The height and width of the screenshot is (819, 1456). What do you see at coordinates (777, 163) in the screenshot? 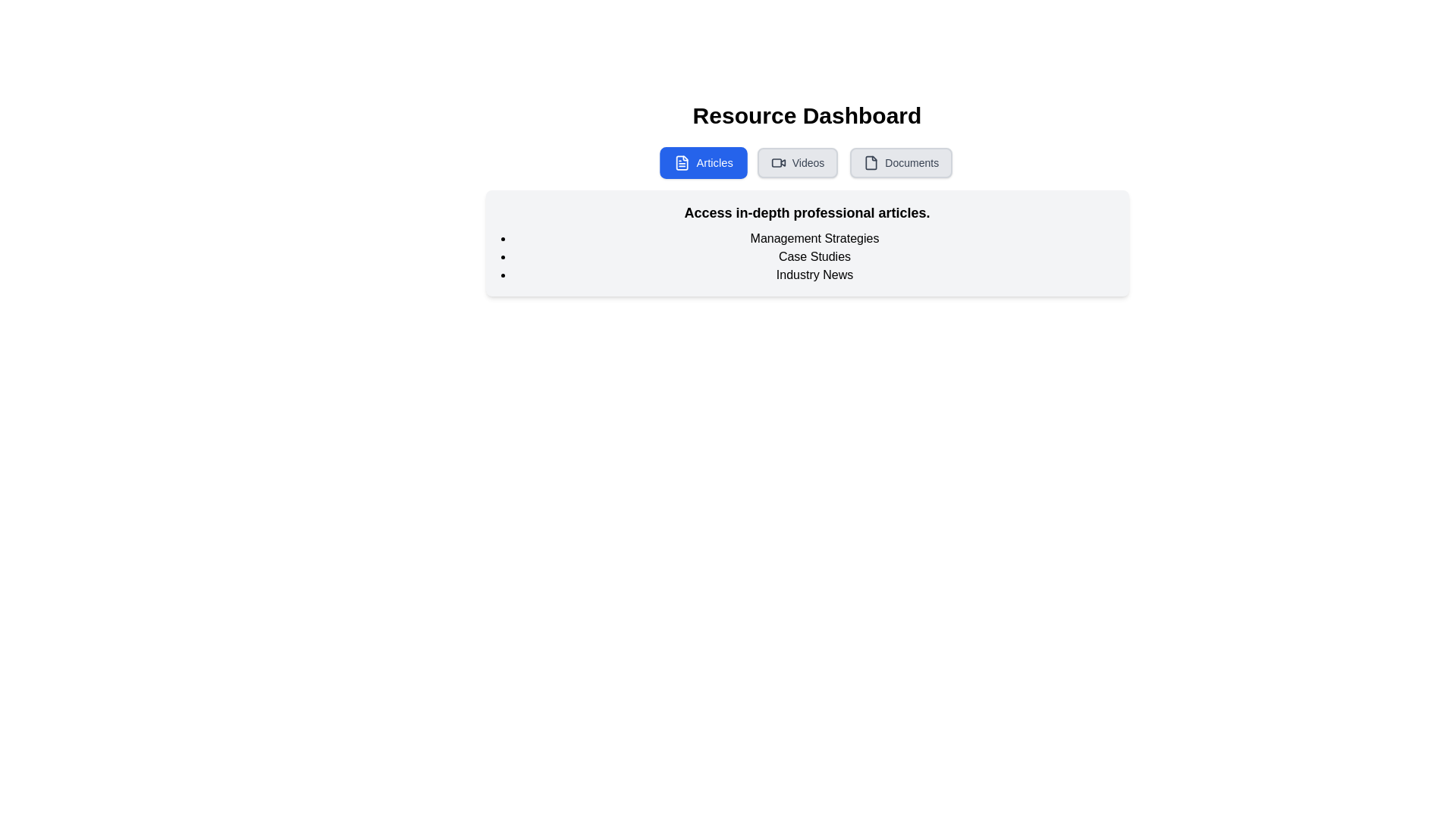
I see `the rectangular component within the video icon of the 'Videos' button, which is centrally positioned in relation to other category buttons like 'Articles' and 'Documents'` at bounding box center [777, 163].